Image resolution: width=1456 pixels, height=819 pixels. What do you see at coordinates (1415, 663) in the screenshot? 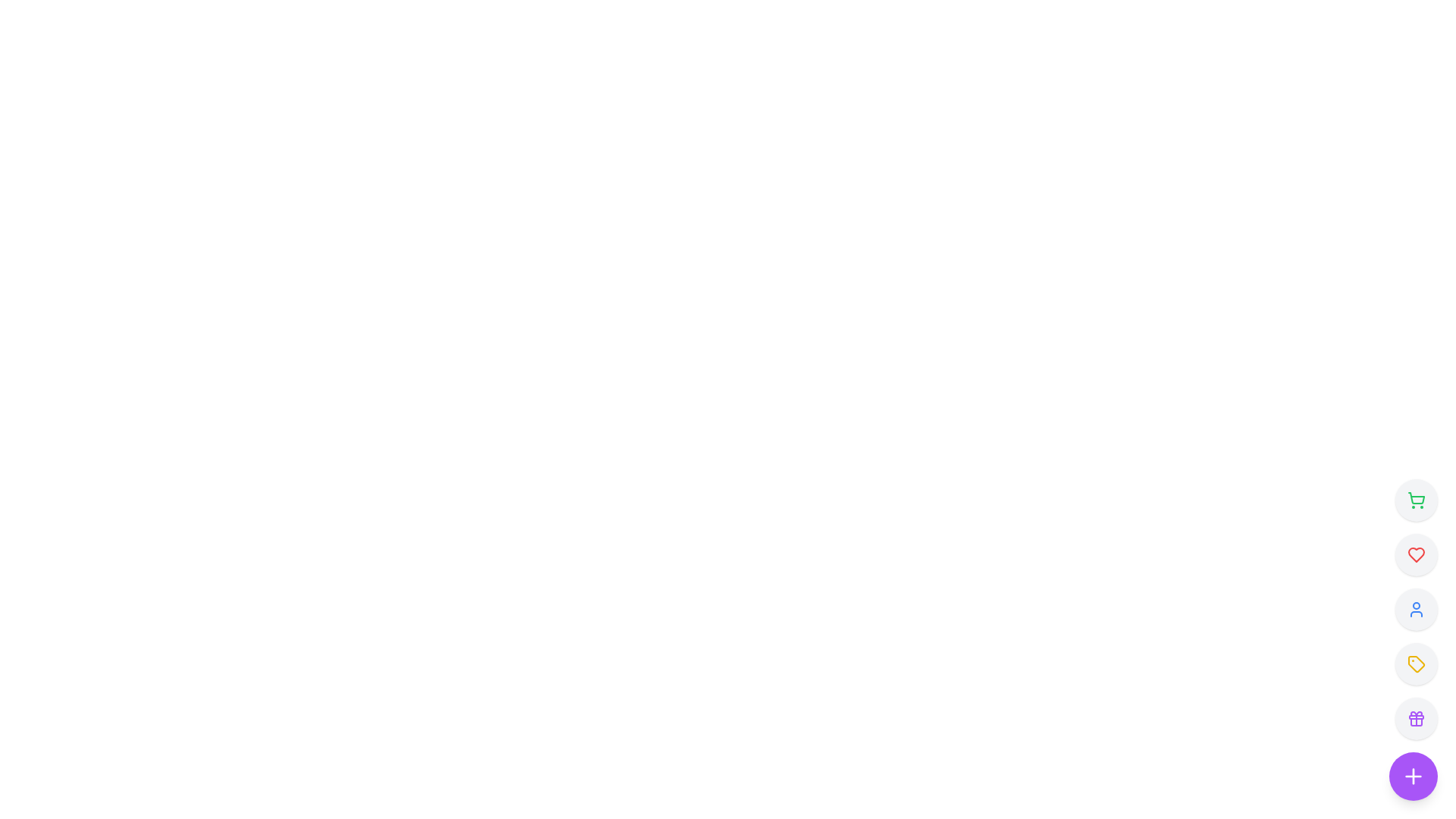
I see `the yellow tag icon located fourth in the vertical list of icons on the right side of the interface` at bounding box center [1415, 663].